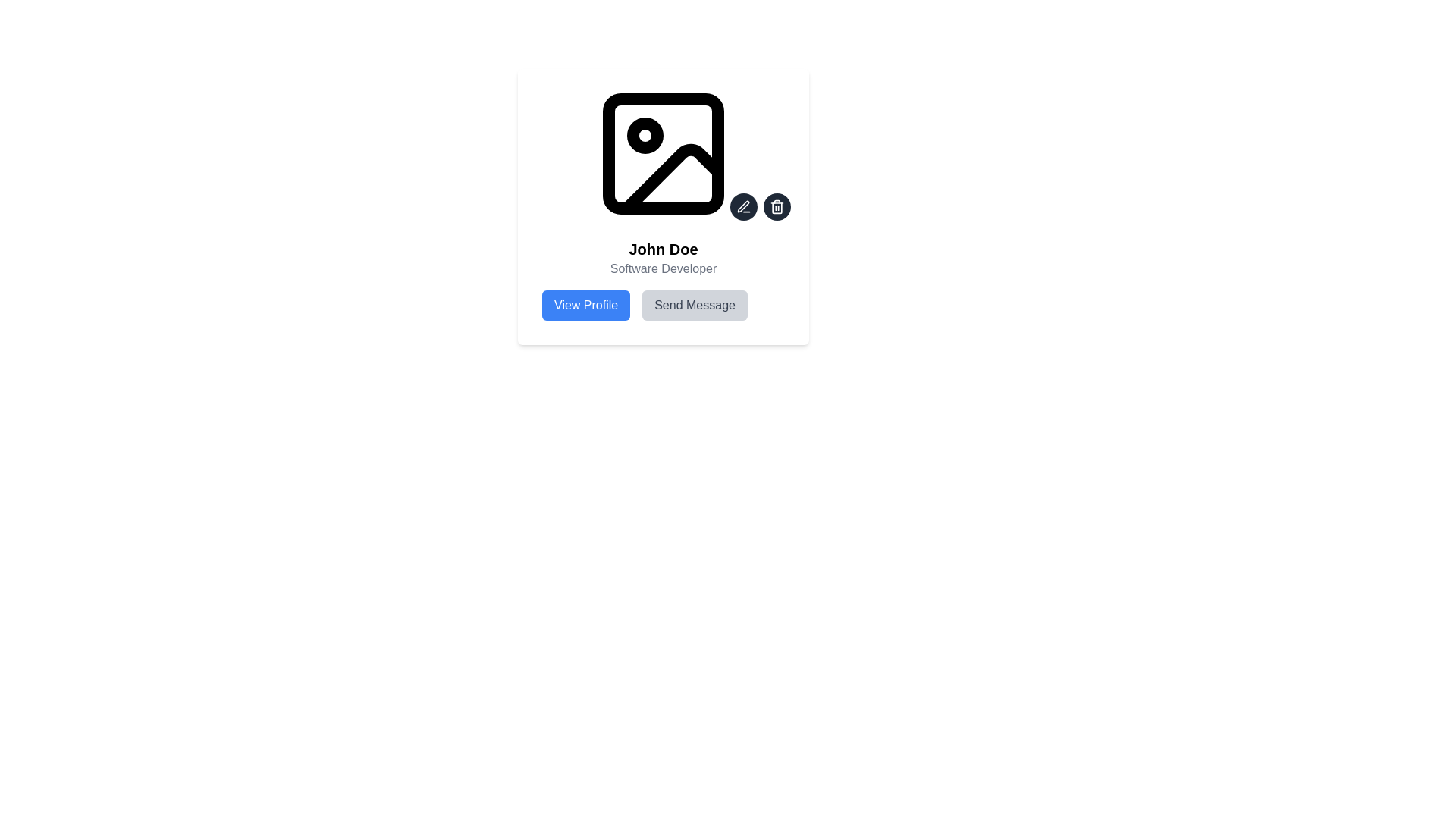  I want to click on the communication button located below the 'John Doe' profile section and to the right of the 'View Profile' button, so click(694, 305).